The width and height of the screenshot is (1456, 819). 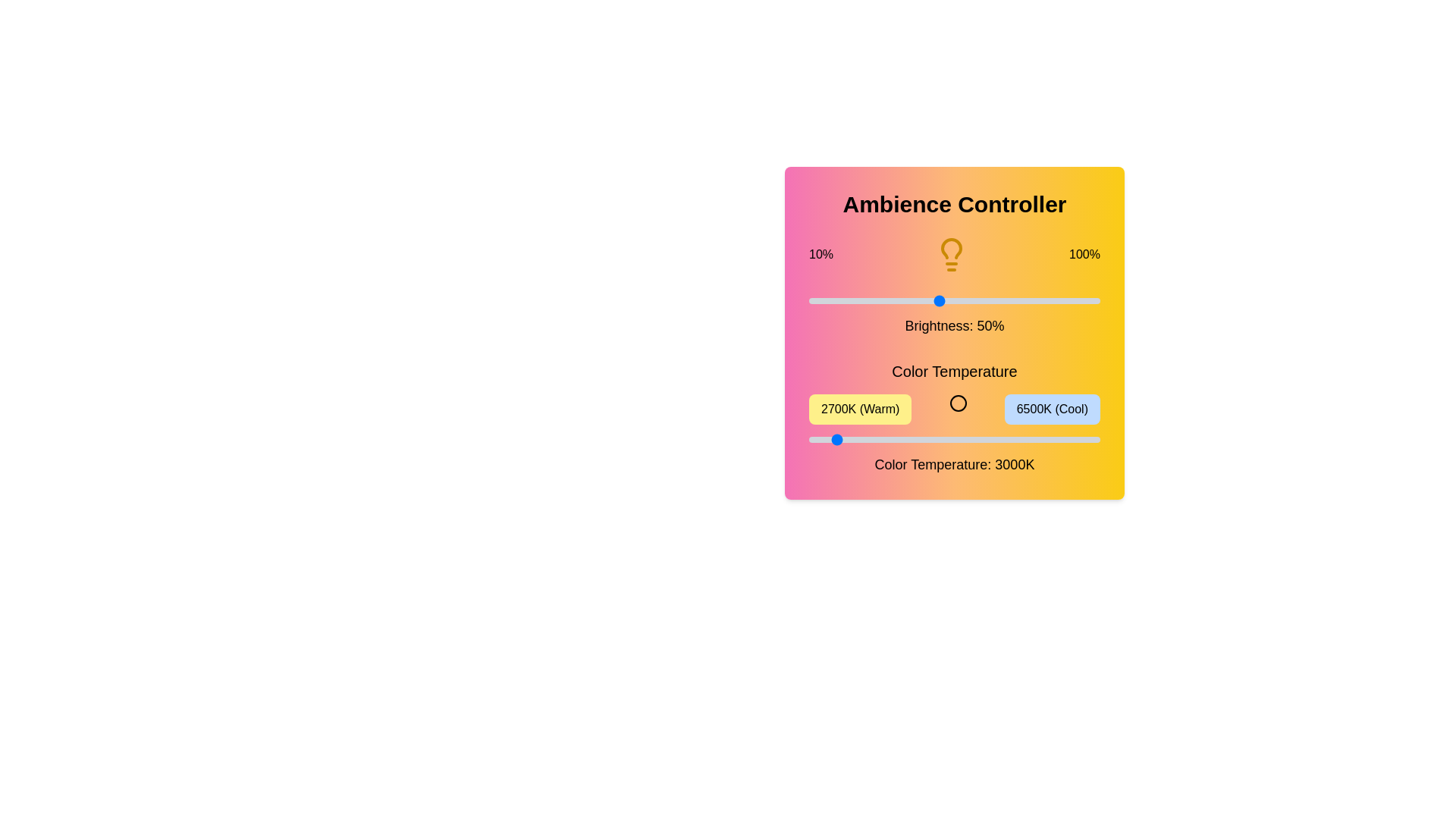 I want to click on the color temperature slider to 3268 K, so click(x=852, y=439).